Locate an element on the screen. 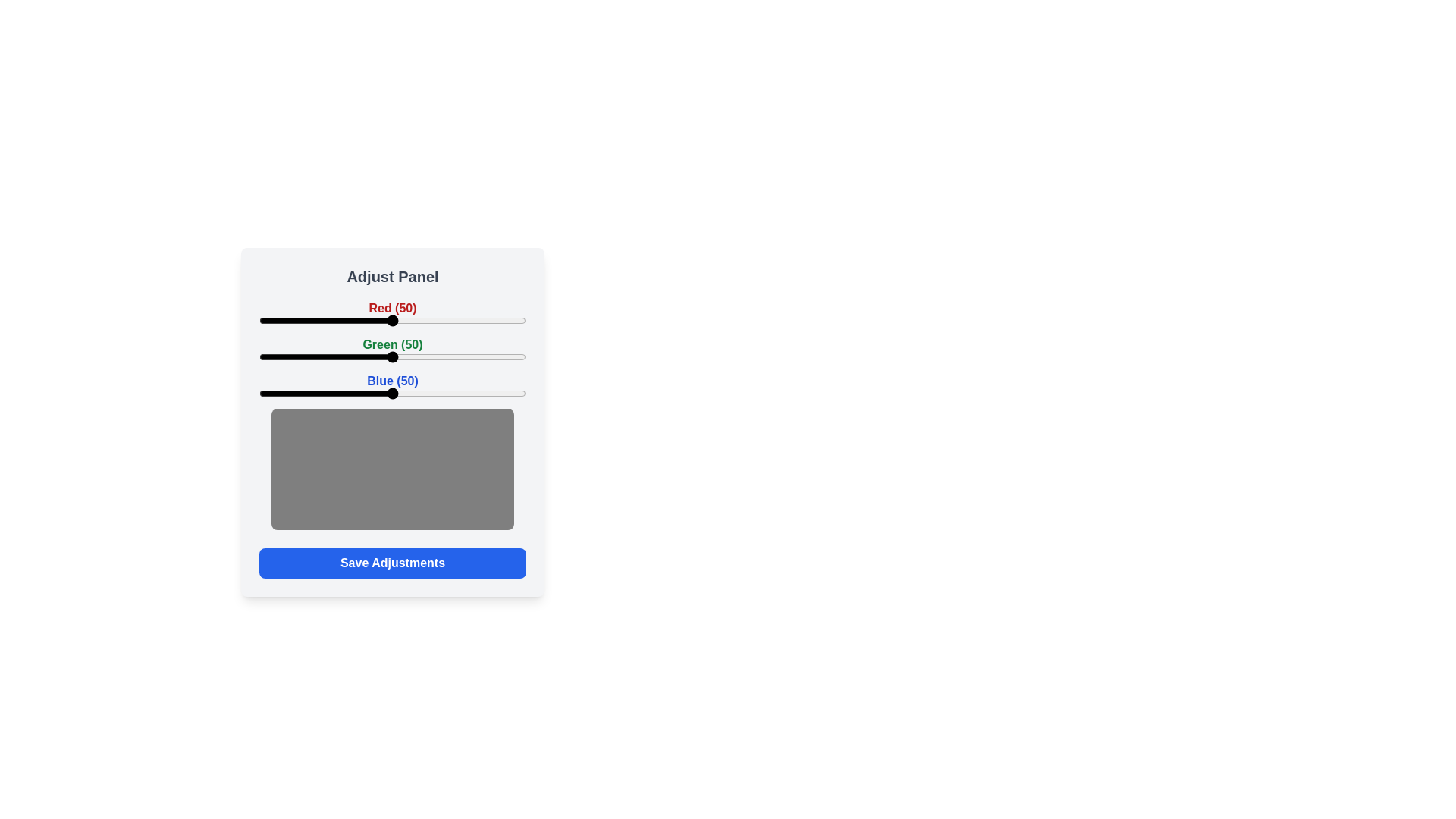 This screenshot has height=819, width=1456. the blue slider to 26 percent is located at coordinates (328, 393).